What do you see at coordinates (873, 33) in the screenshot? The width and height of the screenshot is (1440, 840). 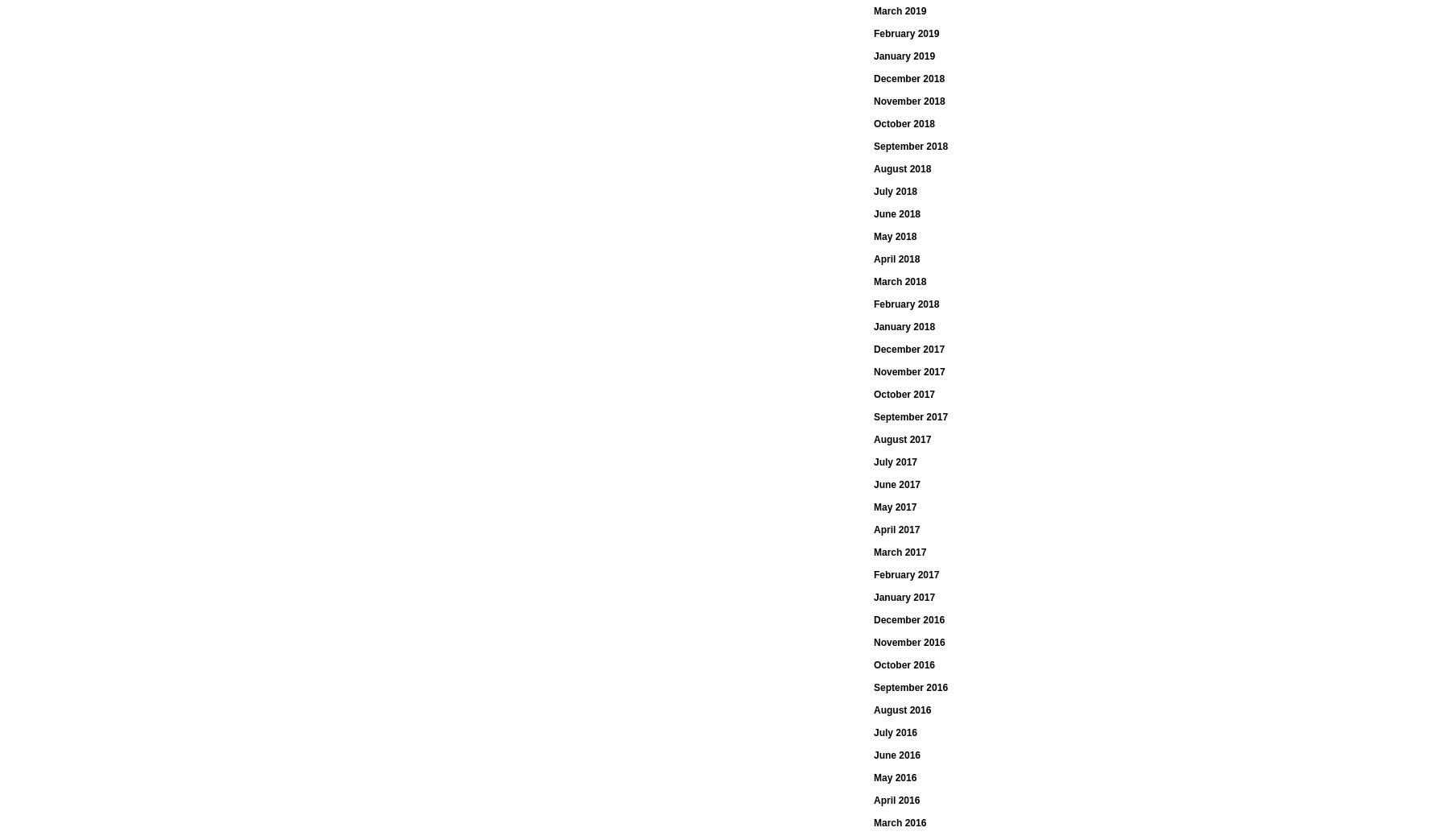 I see `'February 2019'` at bounding box center [873, 33].